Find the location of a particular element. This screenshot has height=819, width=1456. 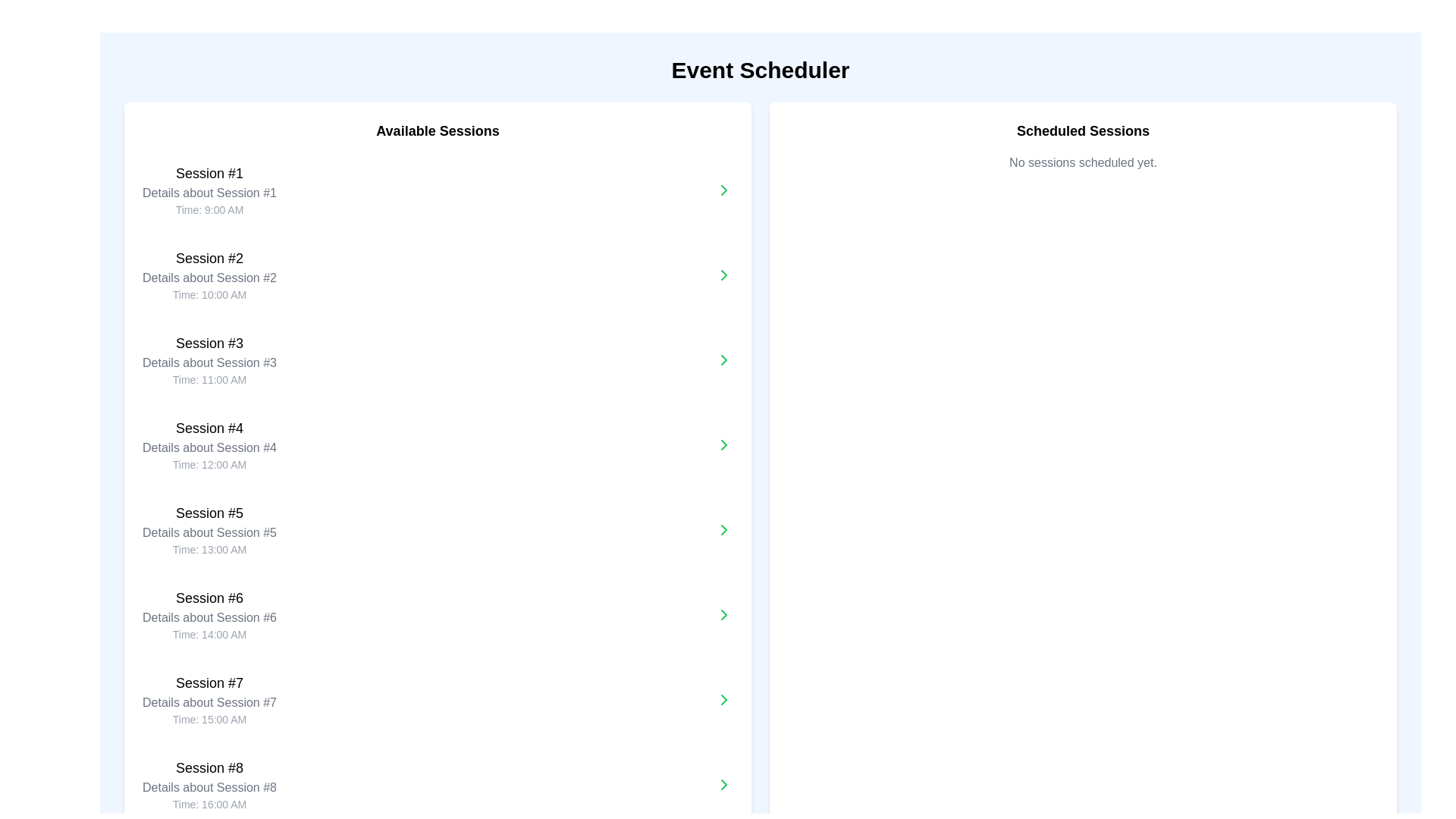

the right-pointing chevron icon for 'Session #2' in the 'Available Sessions' list is located at coordinates (723, 189).